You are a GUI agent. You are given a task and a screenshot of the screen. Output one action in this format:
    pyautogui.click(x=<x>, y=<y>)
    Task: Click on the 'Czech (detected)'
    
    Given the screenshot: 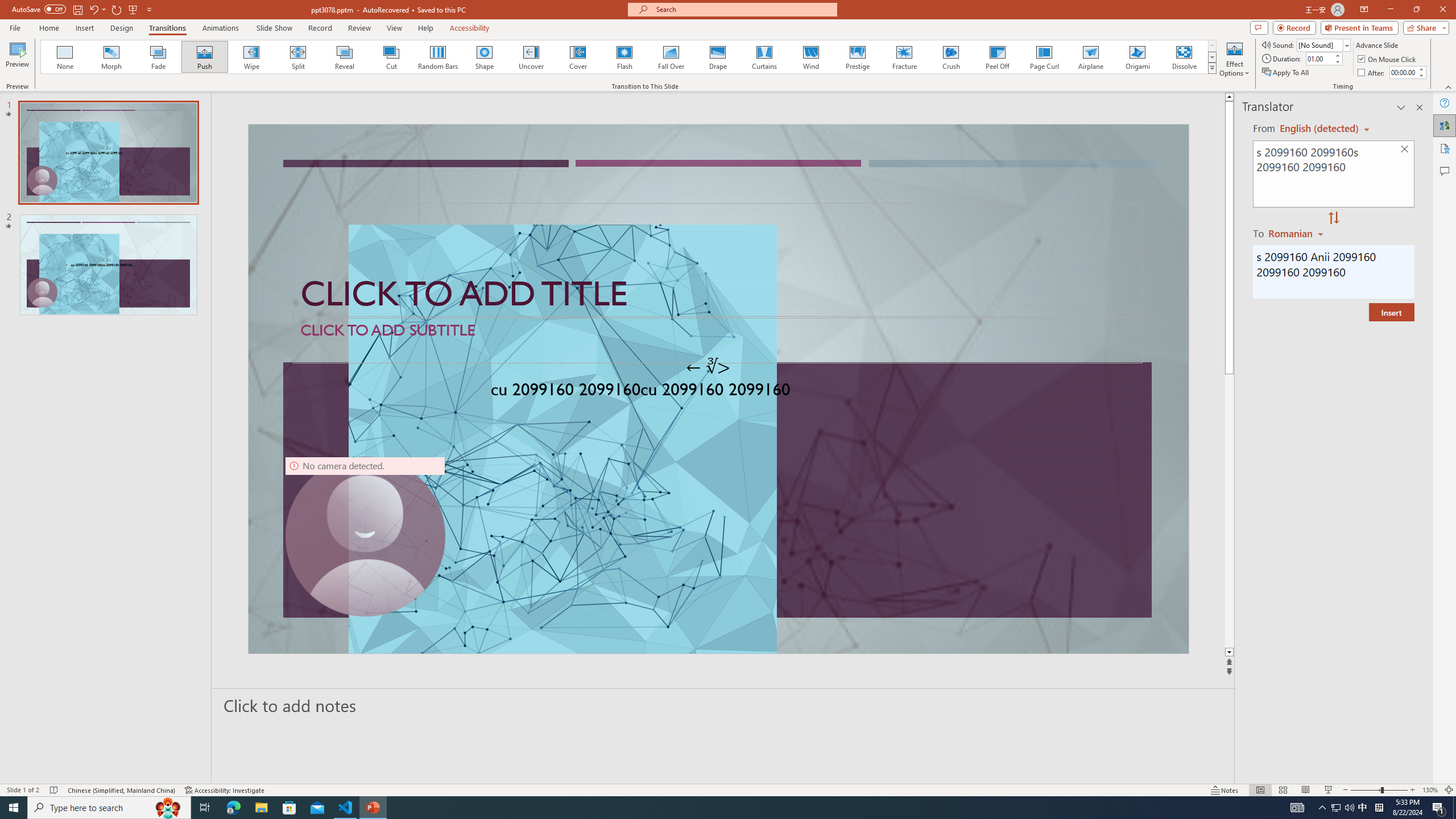 What is the action you would take?
    pyautogui.click(x=1319, y=128)
    